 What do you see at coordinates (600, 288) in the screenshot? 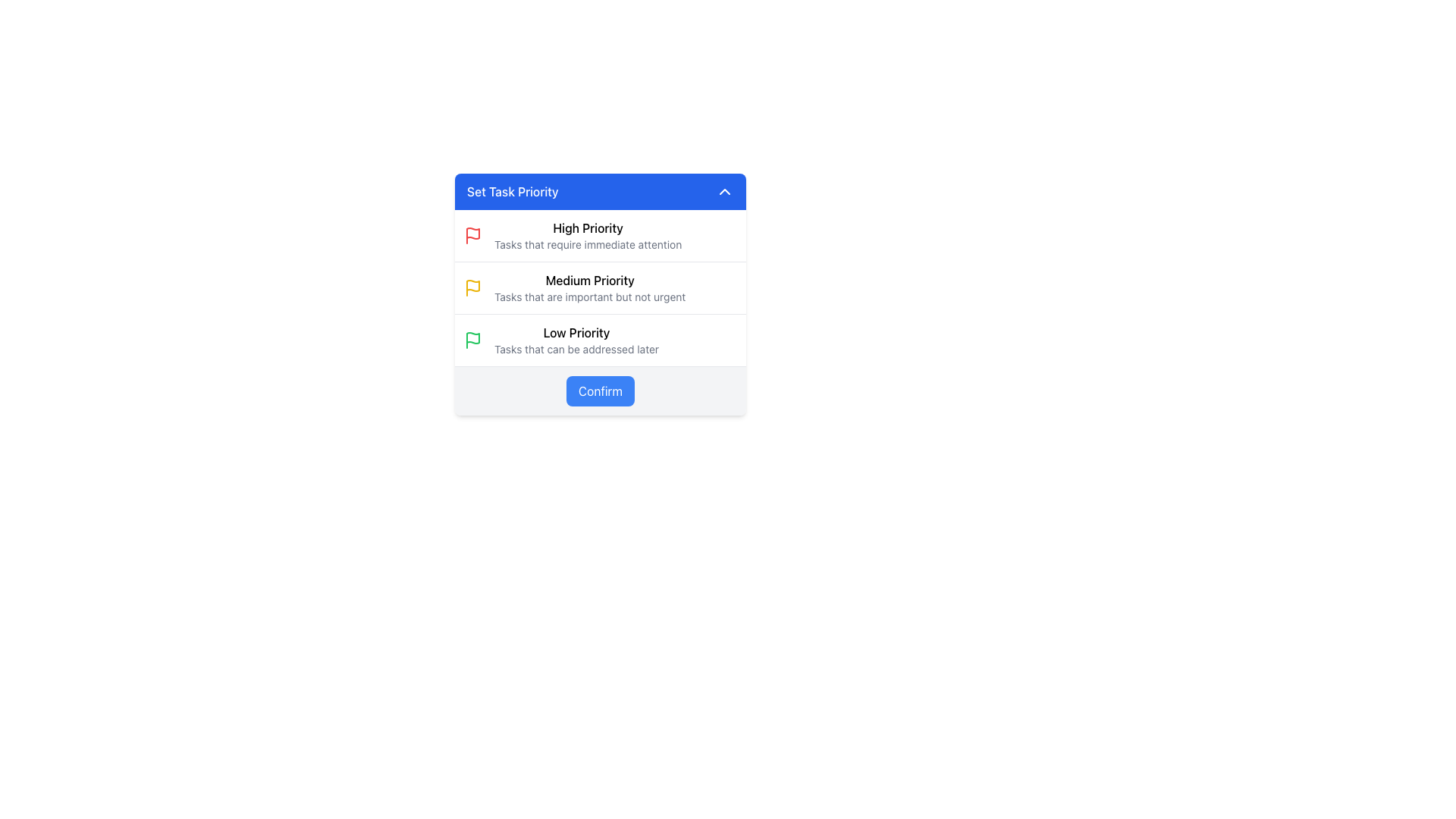
I see `the ordered list displaying task priority levels ('High Priority', 'Medium Priority', 'Low Priority')` at bounding box center [600, 288].